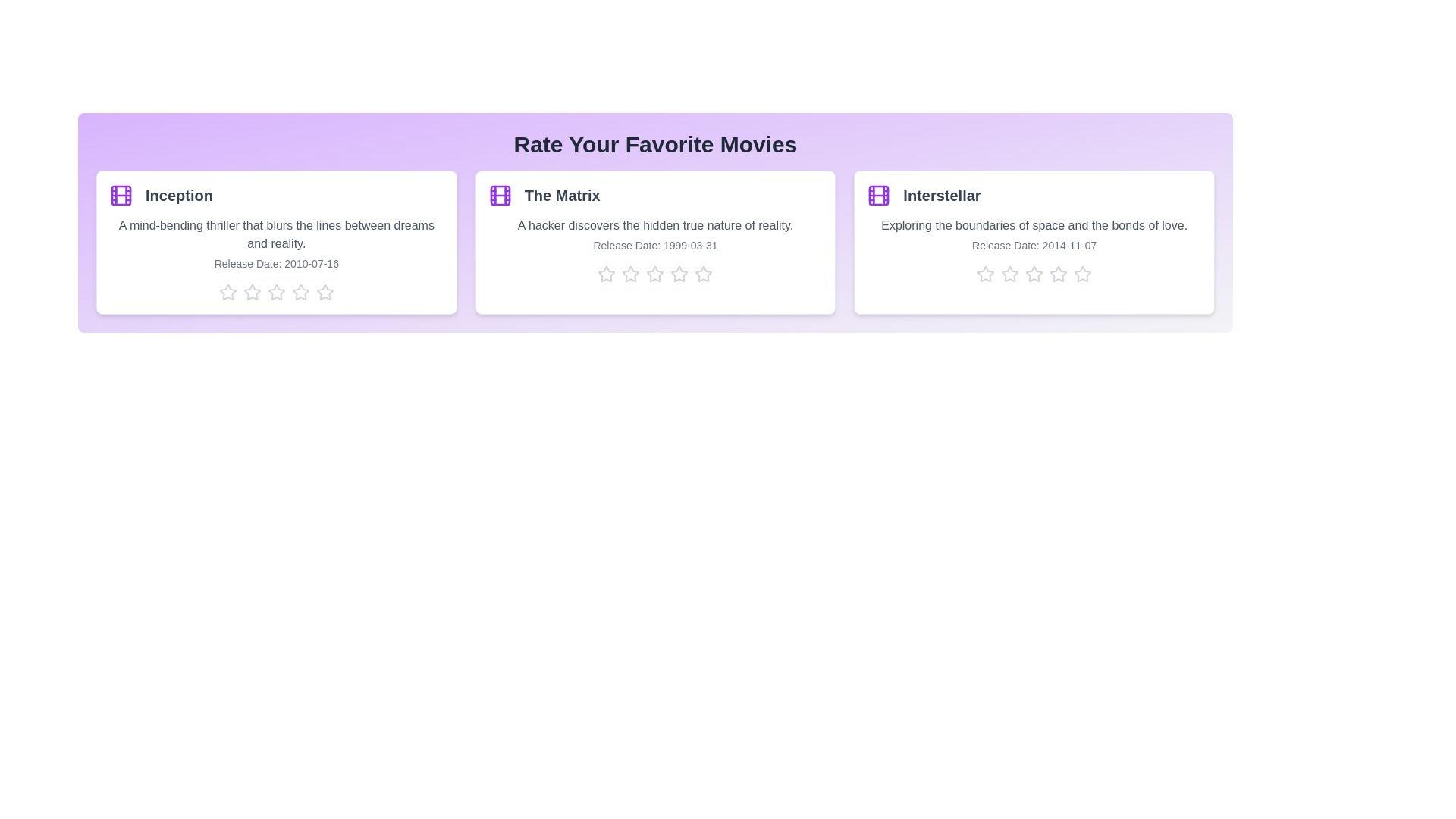  Describe the element at coordinates (607, 275) in the screenshot. I see `the star corresponding to 1 stars for the movie The Matrix` at that location.